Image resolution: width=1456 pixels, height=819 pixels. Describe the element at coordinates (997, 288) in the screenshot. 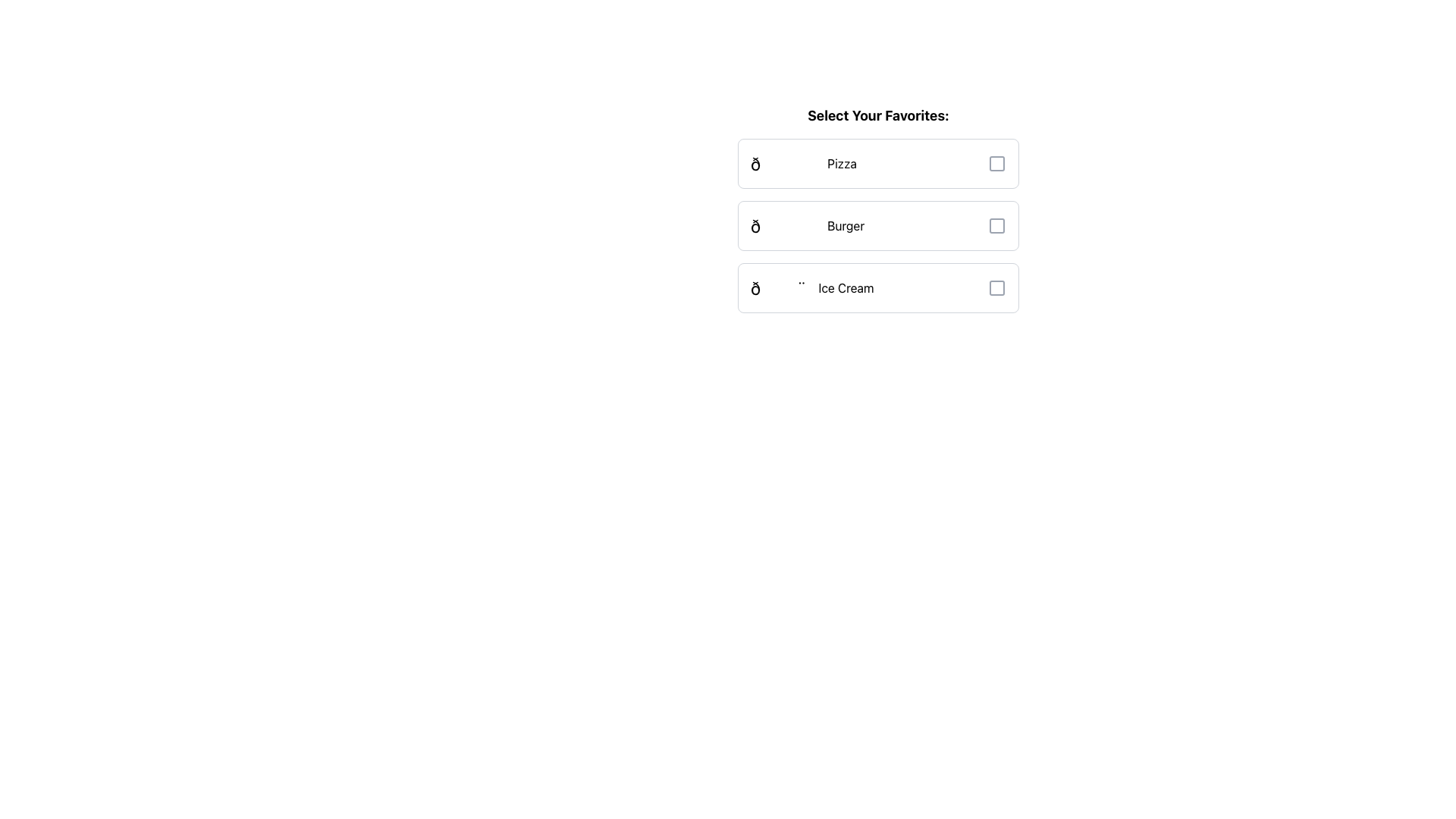

I see `the interactive checkbox for 'Ice Cream' located in the third row of the 'Select Your Favorites' section` at that location.